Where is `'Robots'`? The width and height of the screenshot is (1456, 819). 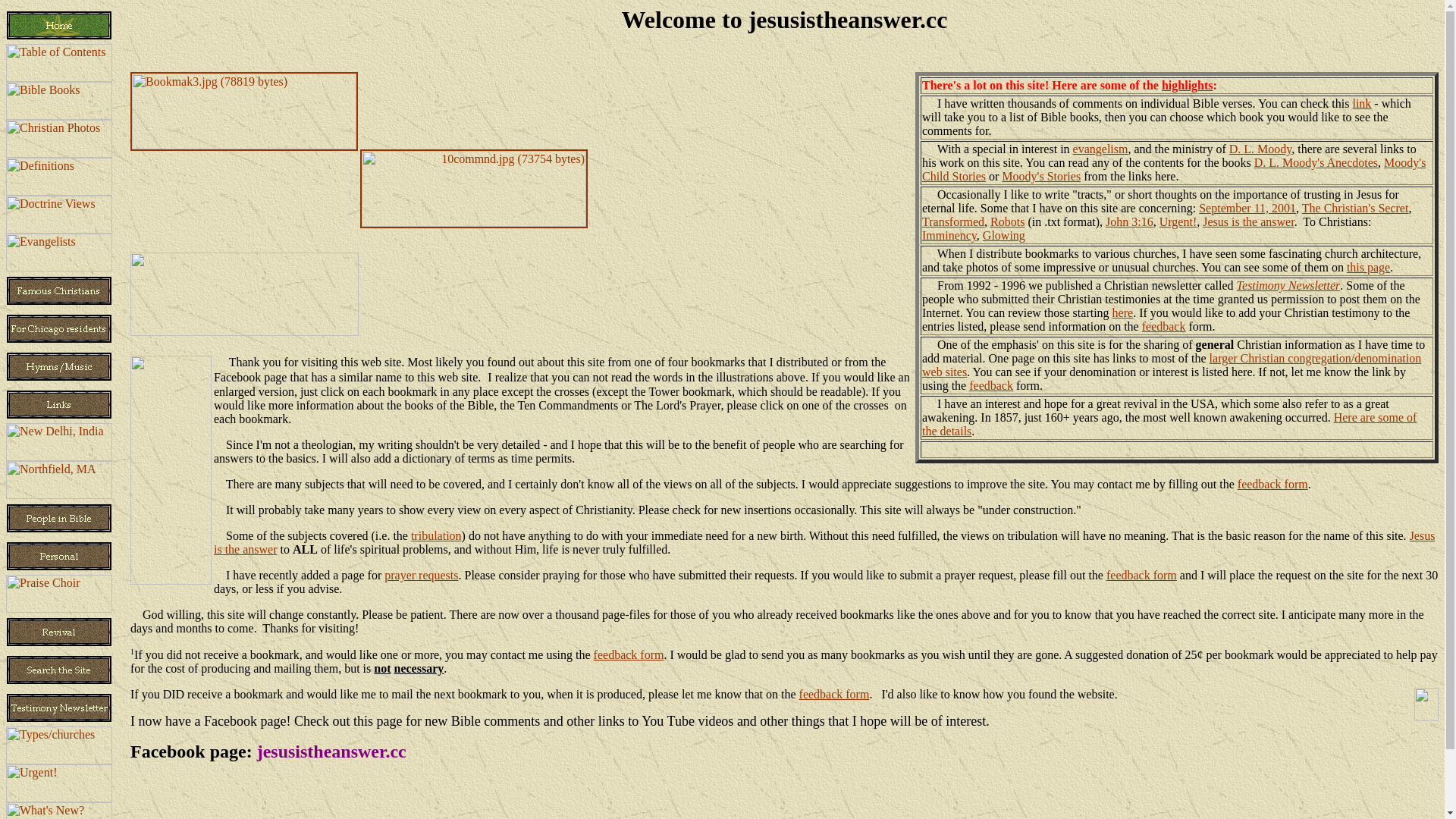 'Robots' is located at coordinates (990, 221).